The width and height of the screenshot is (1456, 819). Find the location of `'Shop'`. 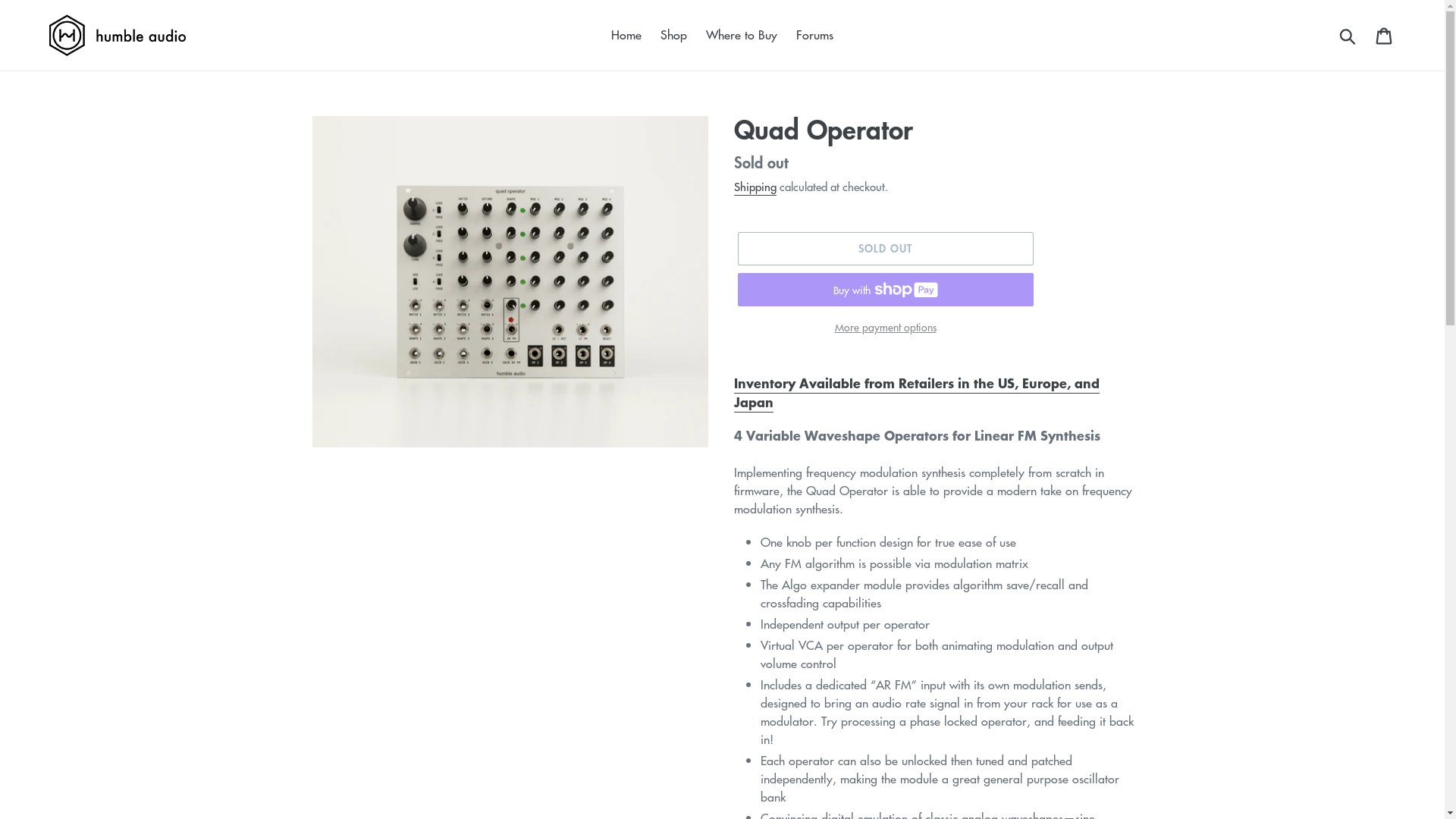

'Shop' is located at coordinates (673, 34).